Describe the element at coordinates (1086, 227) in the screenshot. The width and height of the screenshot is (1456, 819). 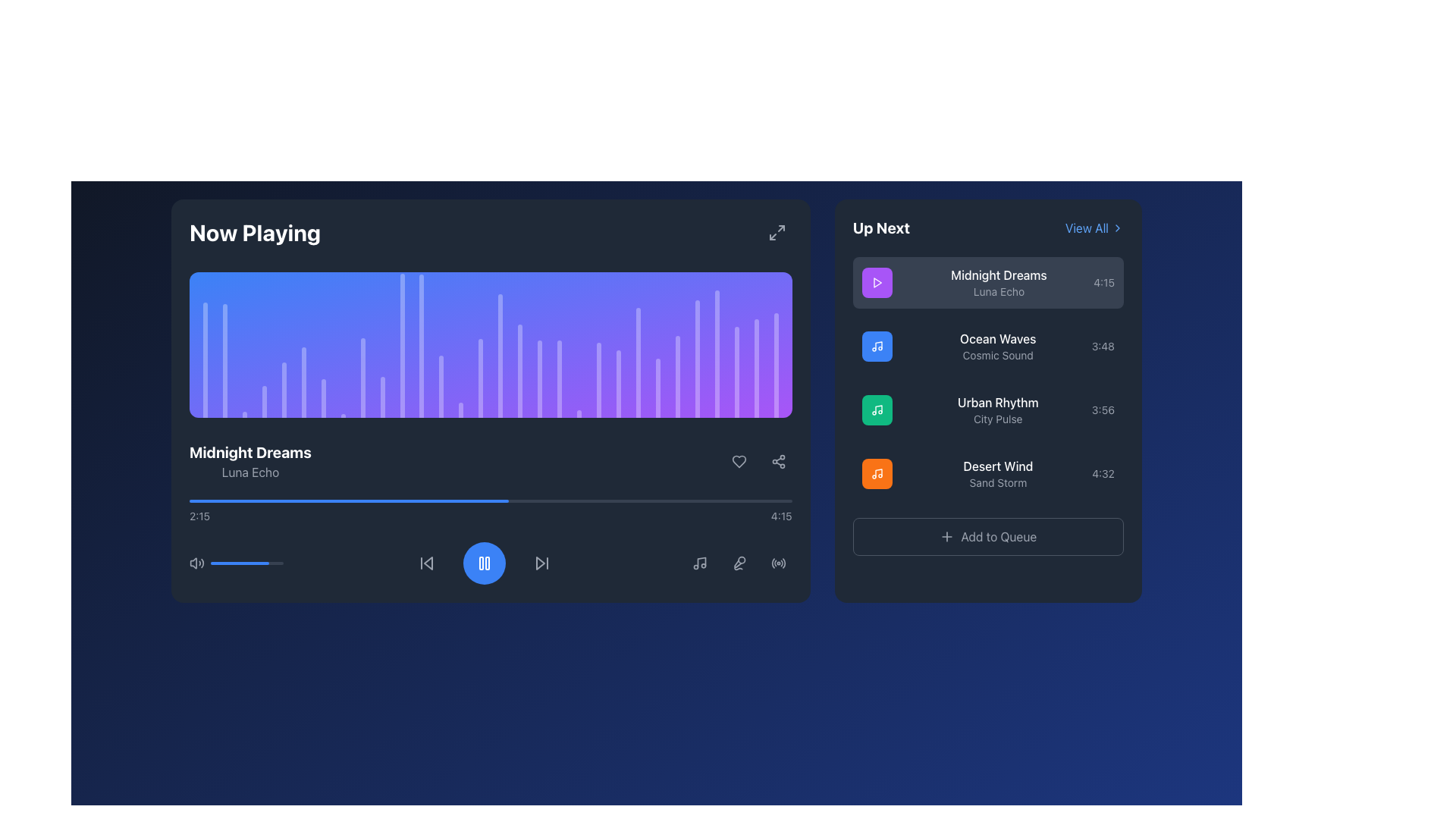
I see `the 'View All' text label located in the top-right corner of the 'Up Next' panel, styled with a blue font and associated with a right-facing chevron icon` at that location.